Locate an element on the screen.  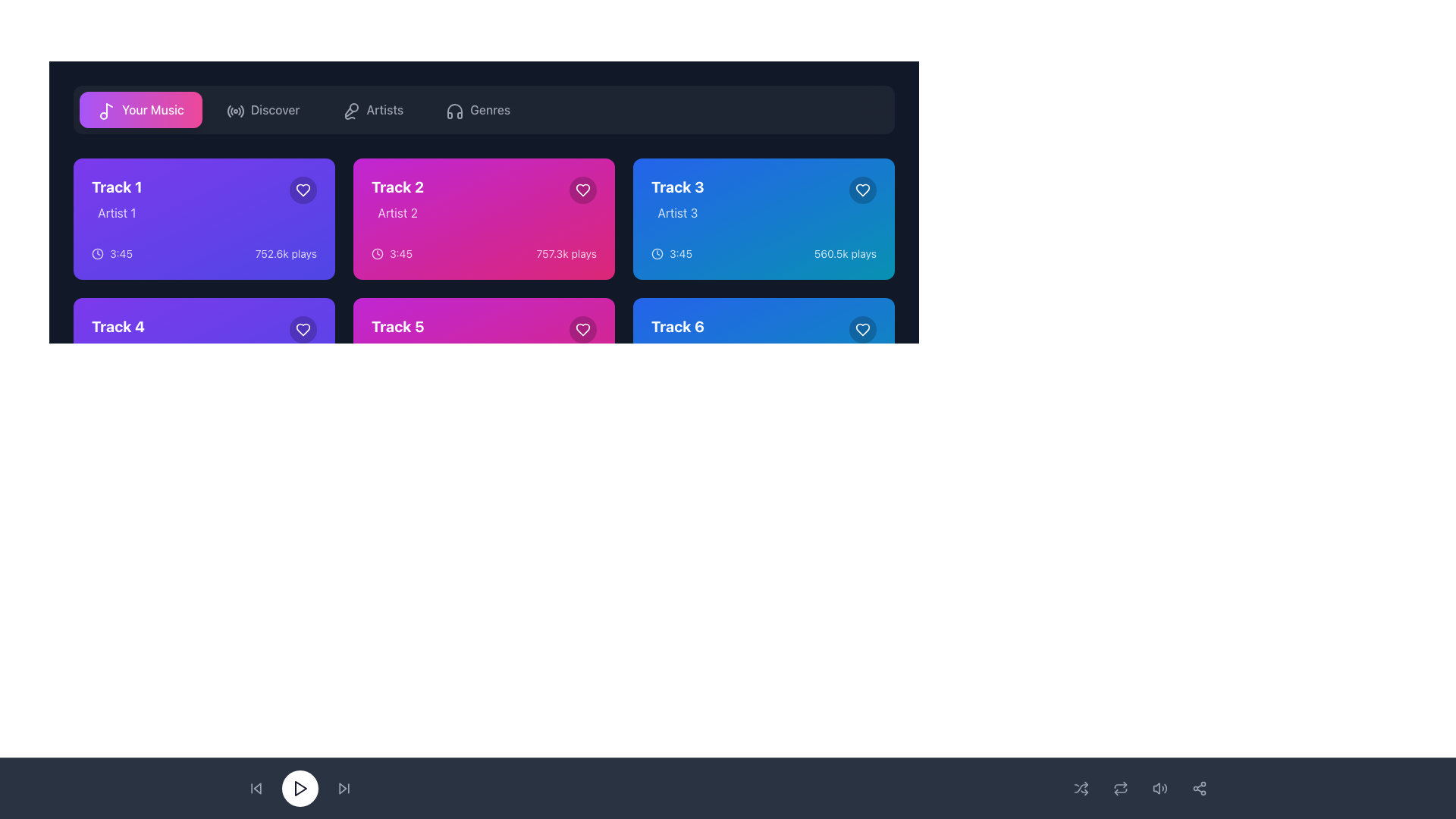
the headphones icon located in the navigation bar, positioned between the 'Artists' button and the 'Genres' label is located at coordinates (454, 110).